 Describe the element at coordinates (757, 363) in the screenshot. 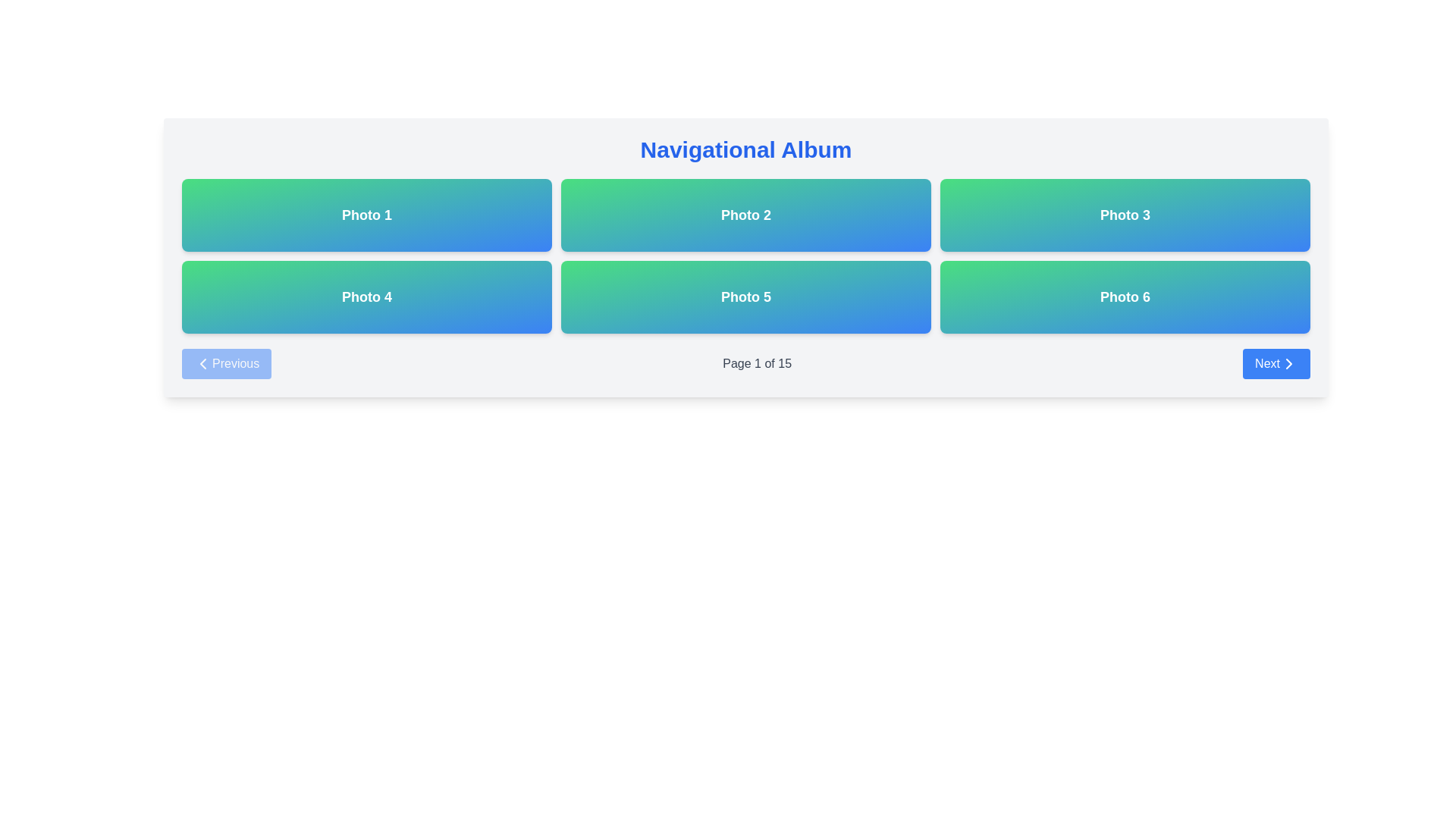

I see `the Text display component indicating the current page number (1) out of 15 in the paginated list, centrally located within the navigation section` at that location.